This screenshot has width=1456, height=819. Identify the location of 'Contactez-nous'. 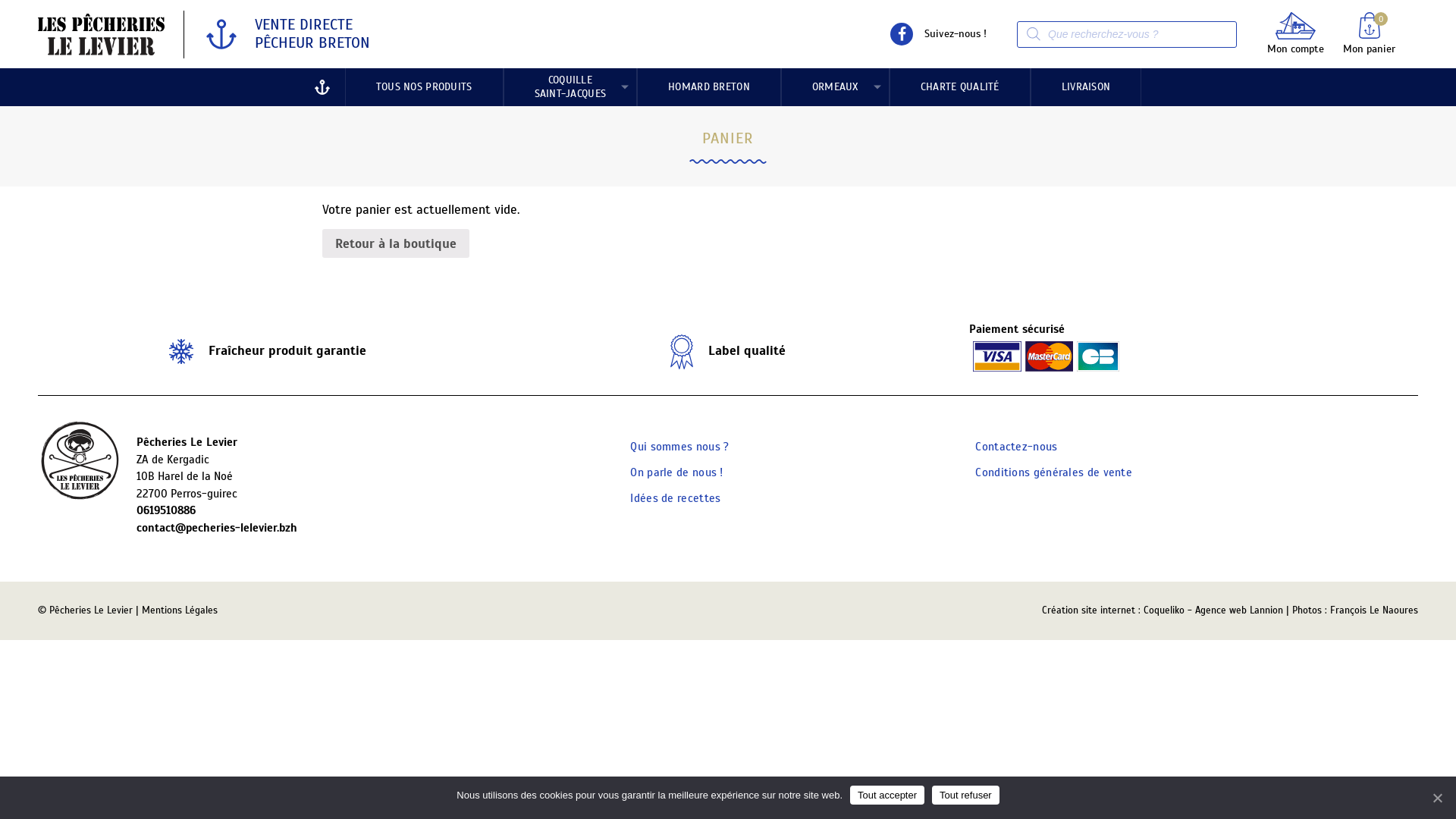
(1015, 446).